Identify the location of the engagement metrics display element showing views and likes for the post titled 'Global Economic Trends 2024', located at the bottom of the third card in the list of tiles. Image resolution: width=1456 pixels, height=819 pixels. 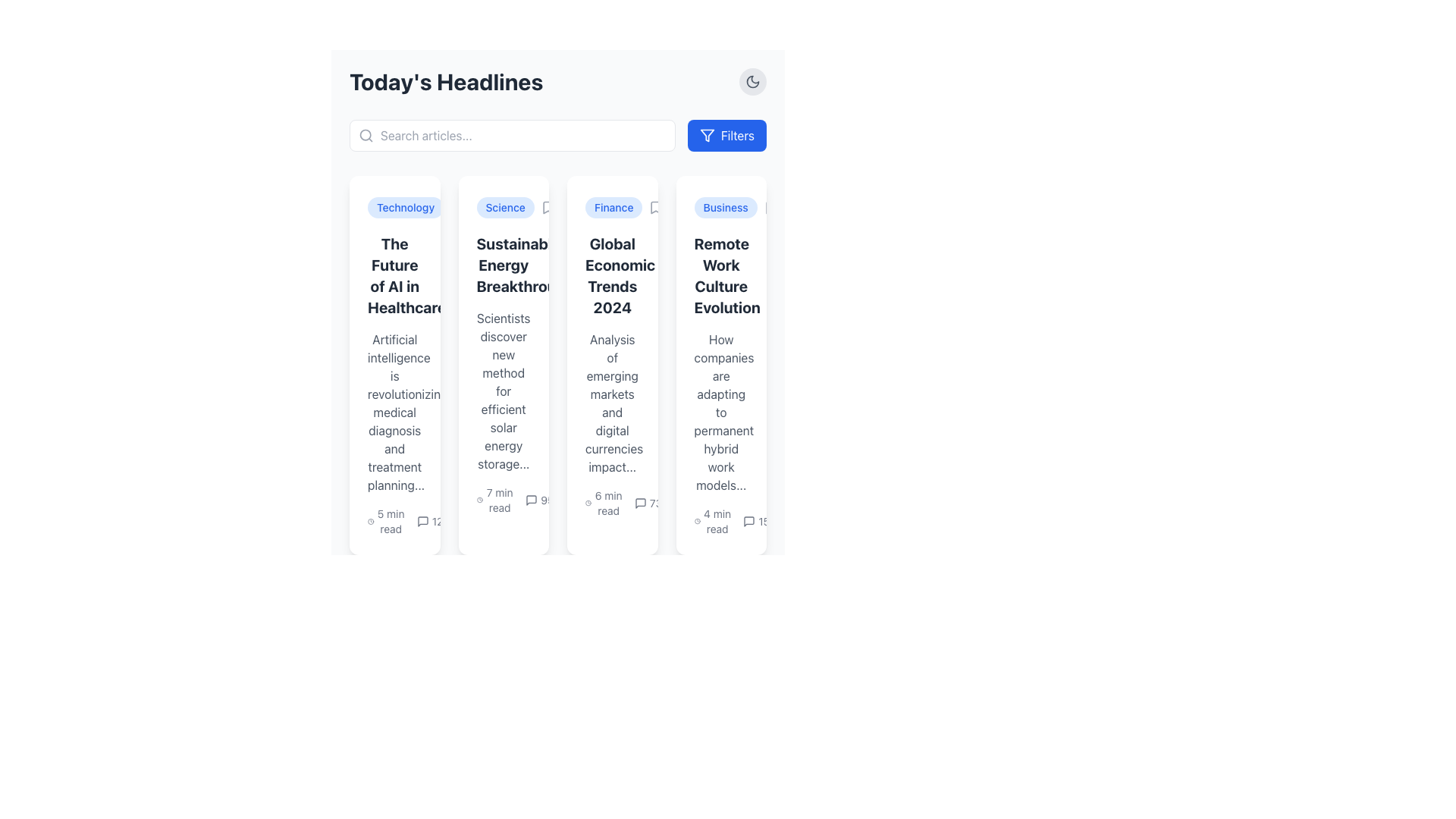
(594, 500).